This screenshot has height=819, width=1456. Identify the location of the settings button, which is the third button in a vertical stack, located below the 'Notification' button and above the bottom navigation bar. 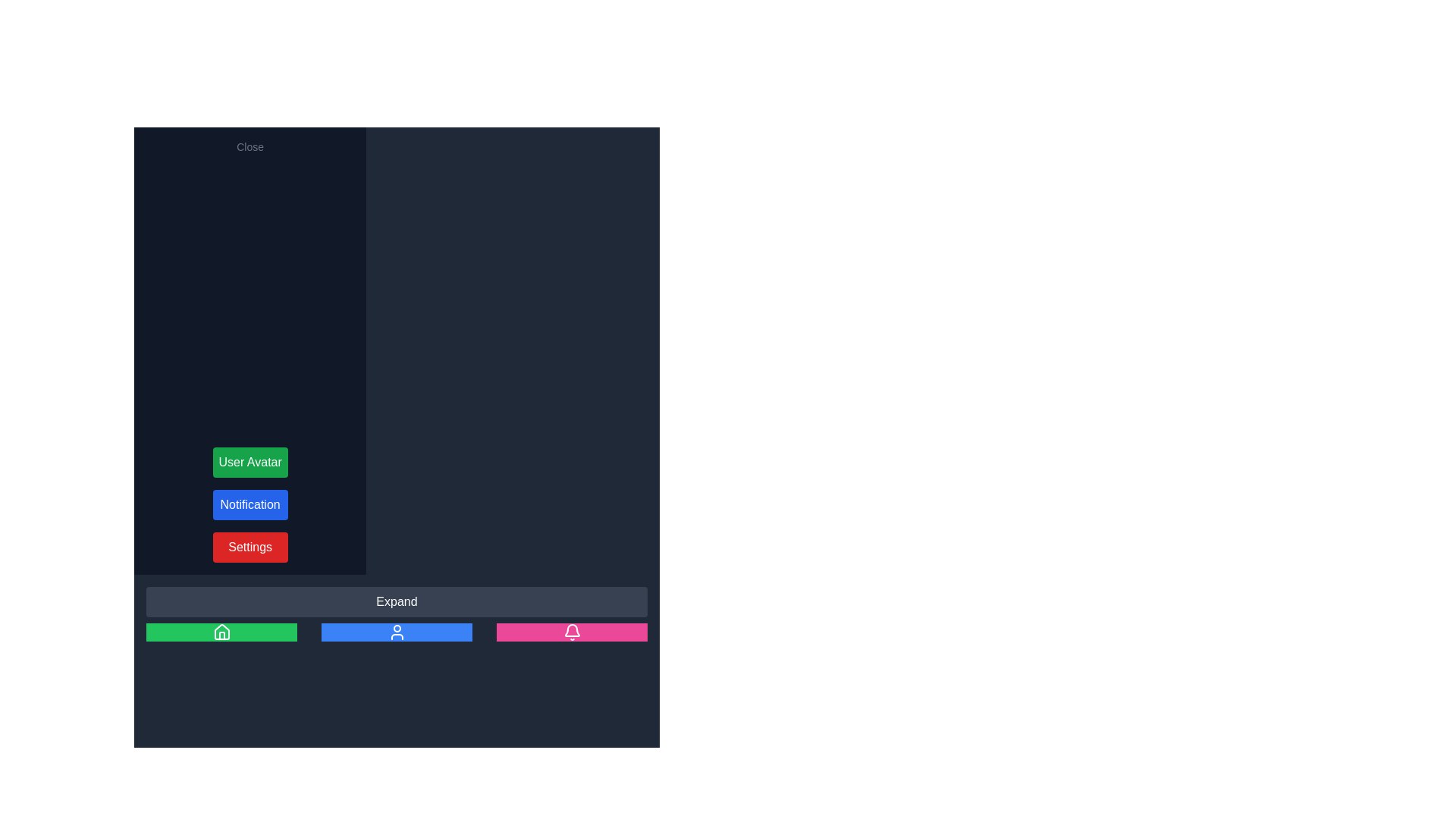
(250, 547).